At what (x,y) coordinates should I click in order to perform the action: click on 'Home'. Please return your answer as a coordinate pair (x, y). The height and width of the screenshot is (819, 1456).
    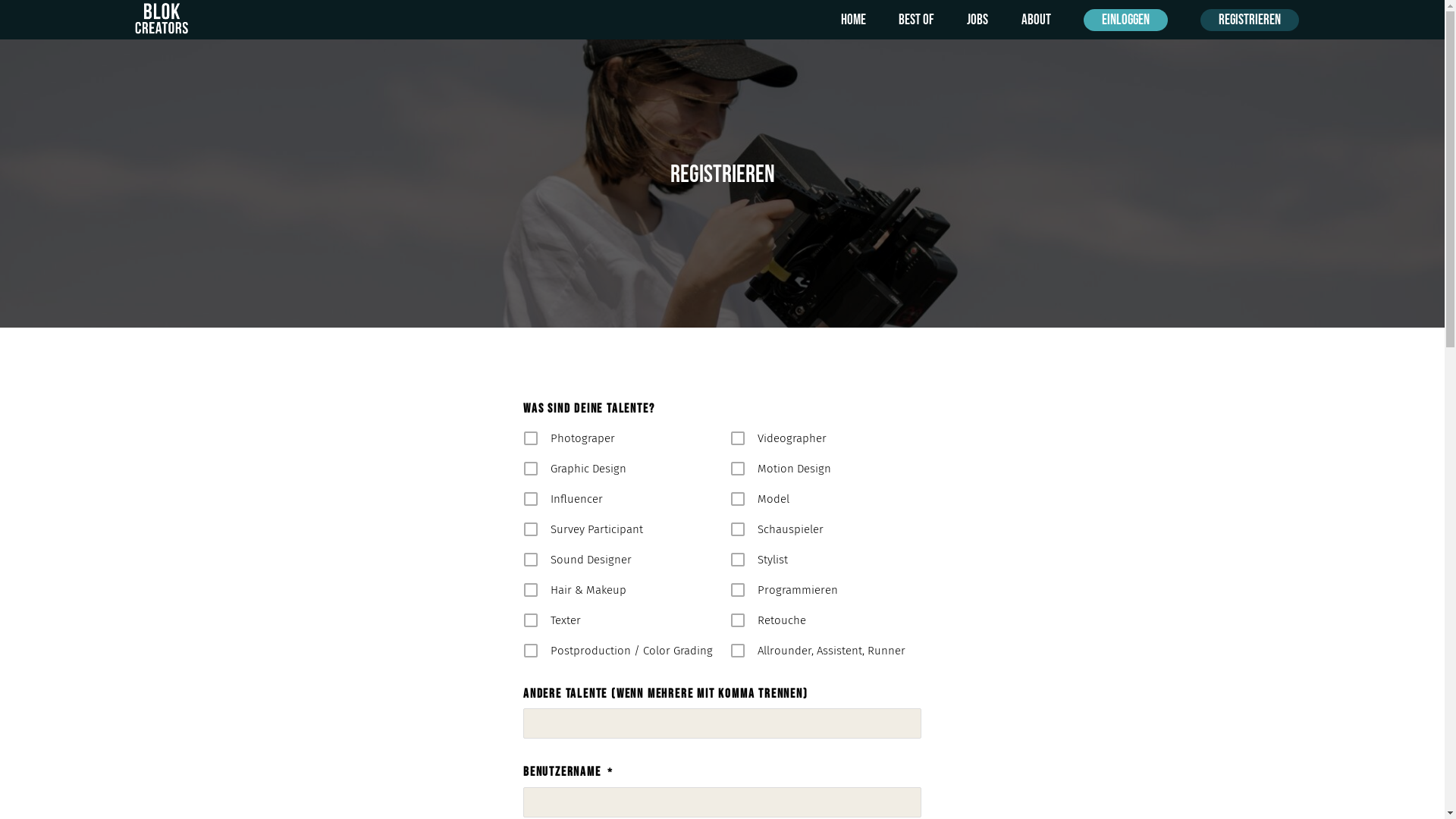
    Looking at the image, I should click on (839, 20).